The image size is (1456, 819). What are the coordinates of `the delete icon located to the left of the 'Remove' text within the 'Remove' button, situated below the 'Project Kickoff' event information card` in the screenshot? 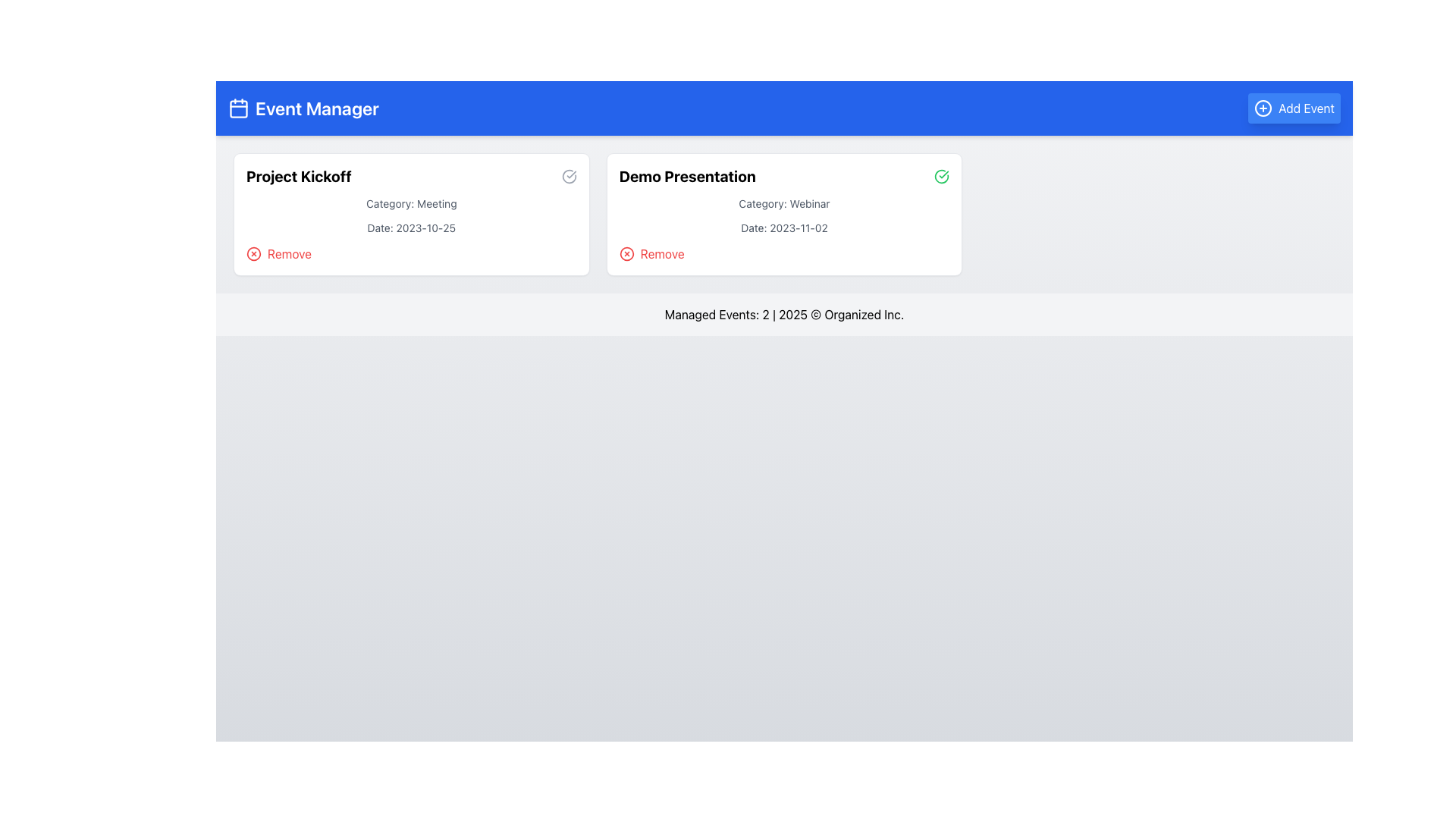 It's located at (254, 253).